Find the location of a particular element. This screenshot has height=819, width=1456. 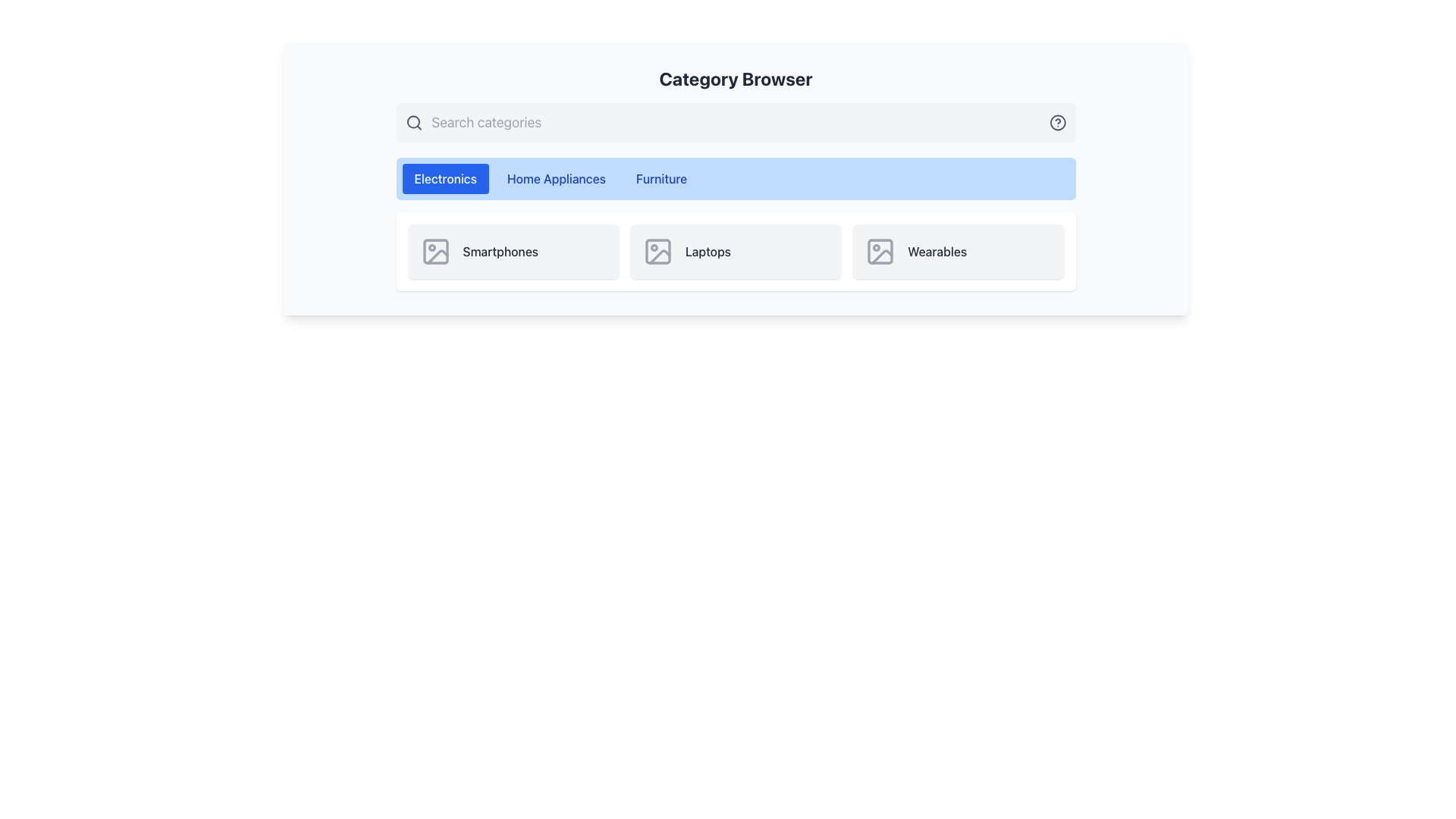

the decorative element representing the lens of the magnifying glass within the search bar, located beside the placeholder text 'Search categories' is located at coordinates (413, 121).